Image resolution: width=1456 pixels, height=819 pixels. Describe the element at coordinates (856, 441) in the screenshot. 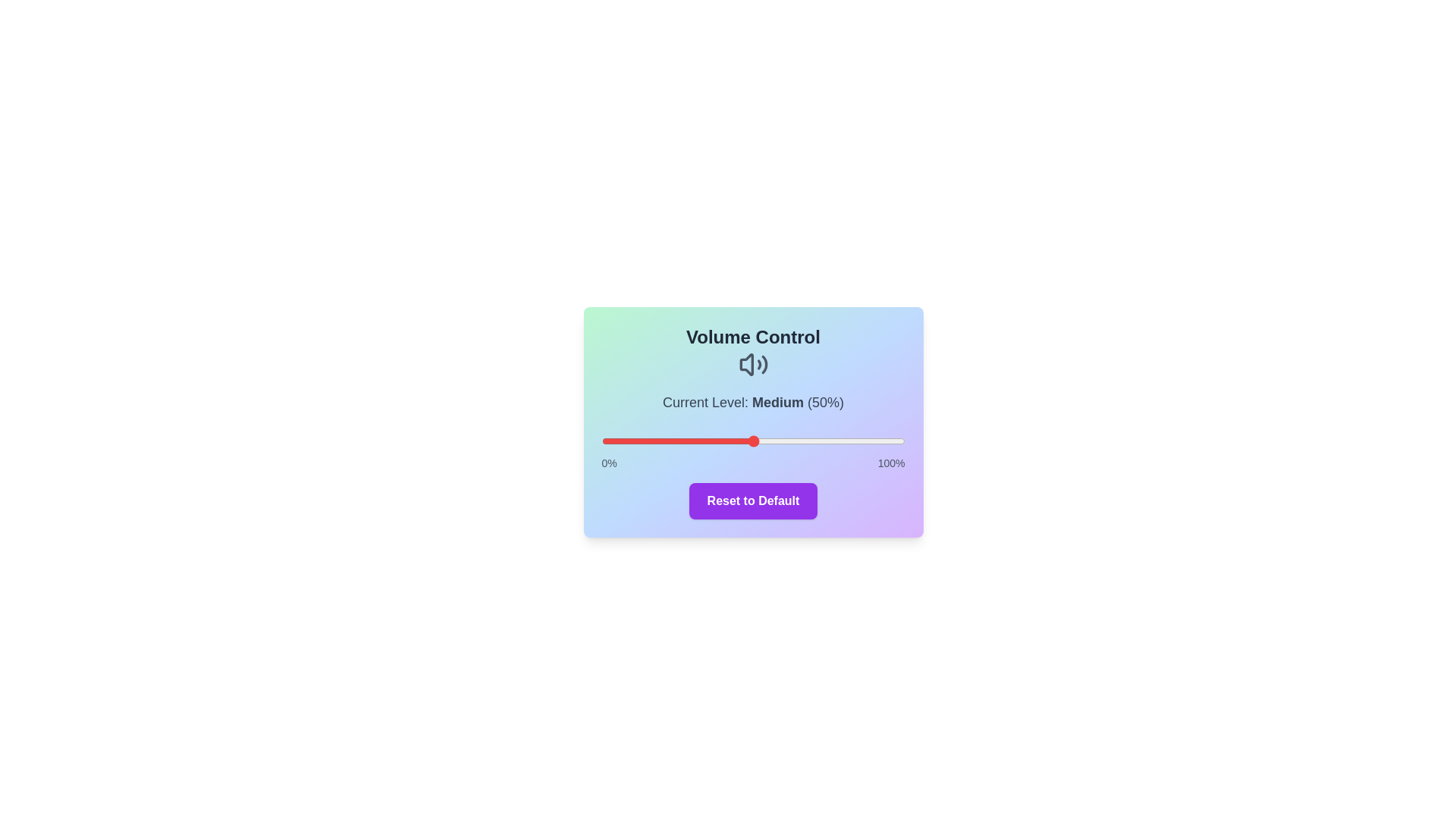

I see `the volume to 84% by dragging the slider` at that location.